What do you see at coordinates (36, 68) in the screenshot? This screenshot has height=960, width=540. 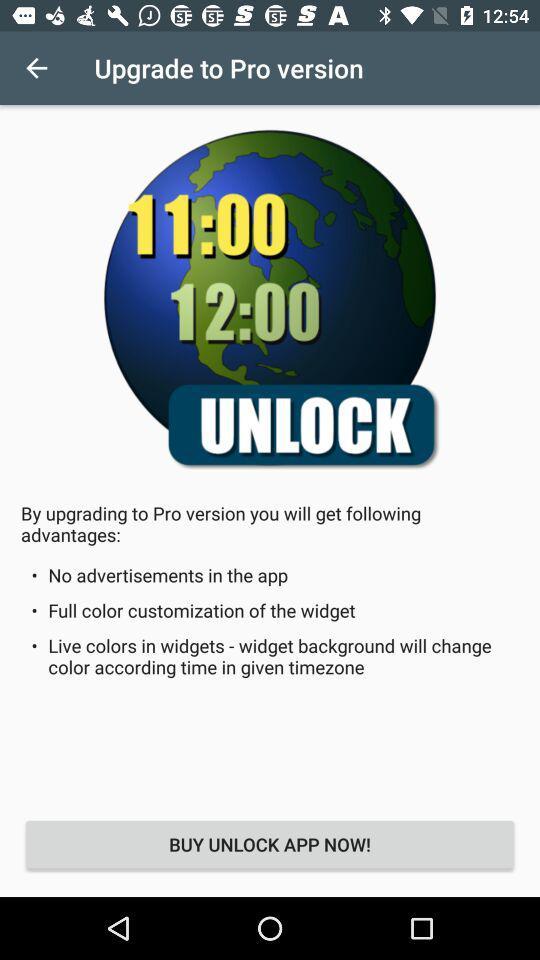 I see `icon to the left of the upgrade to pro icon` at bounding box center [36, 68].